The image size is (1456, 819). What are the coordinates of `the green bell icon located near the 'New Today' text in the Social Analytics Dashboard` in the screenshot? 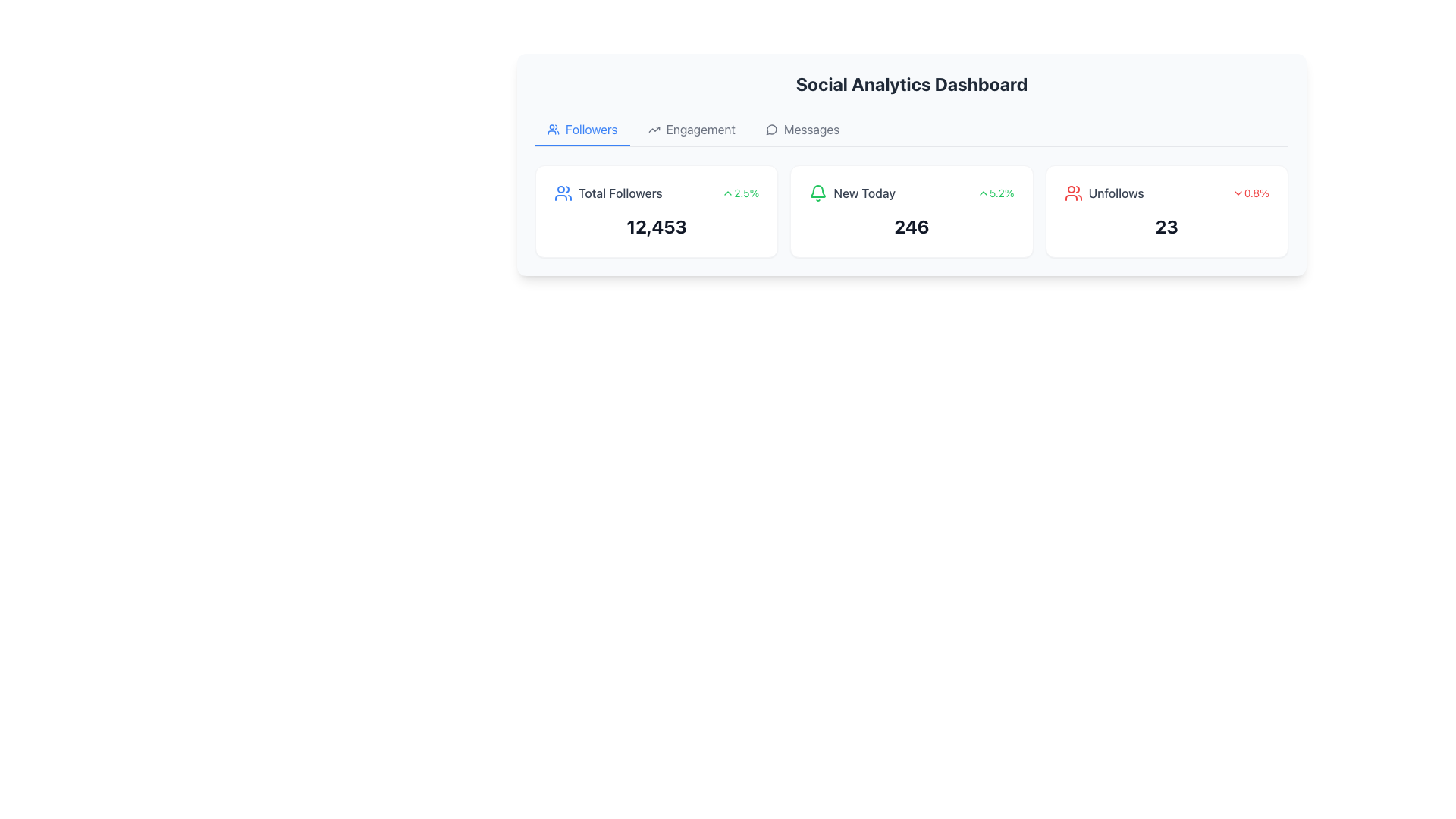 It's located at (817, 190).